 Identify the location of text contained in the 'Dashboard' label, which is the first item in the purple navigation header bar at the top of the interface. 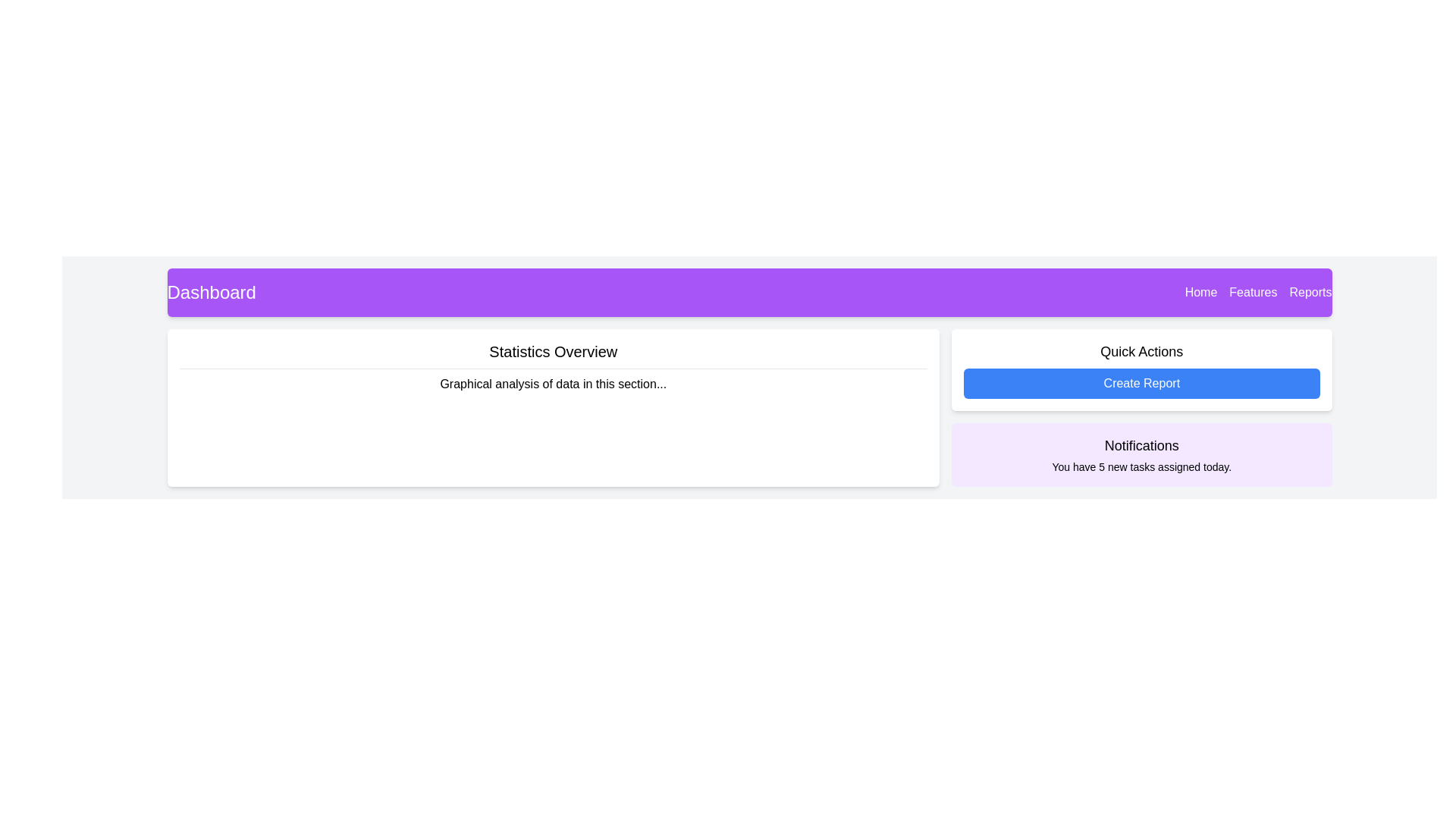
(211, 292).